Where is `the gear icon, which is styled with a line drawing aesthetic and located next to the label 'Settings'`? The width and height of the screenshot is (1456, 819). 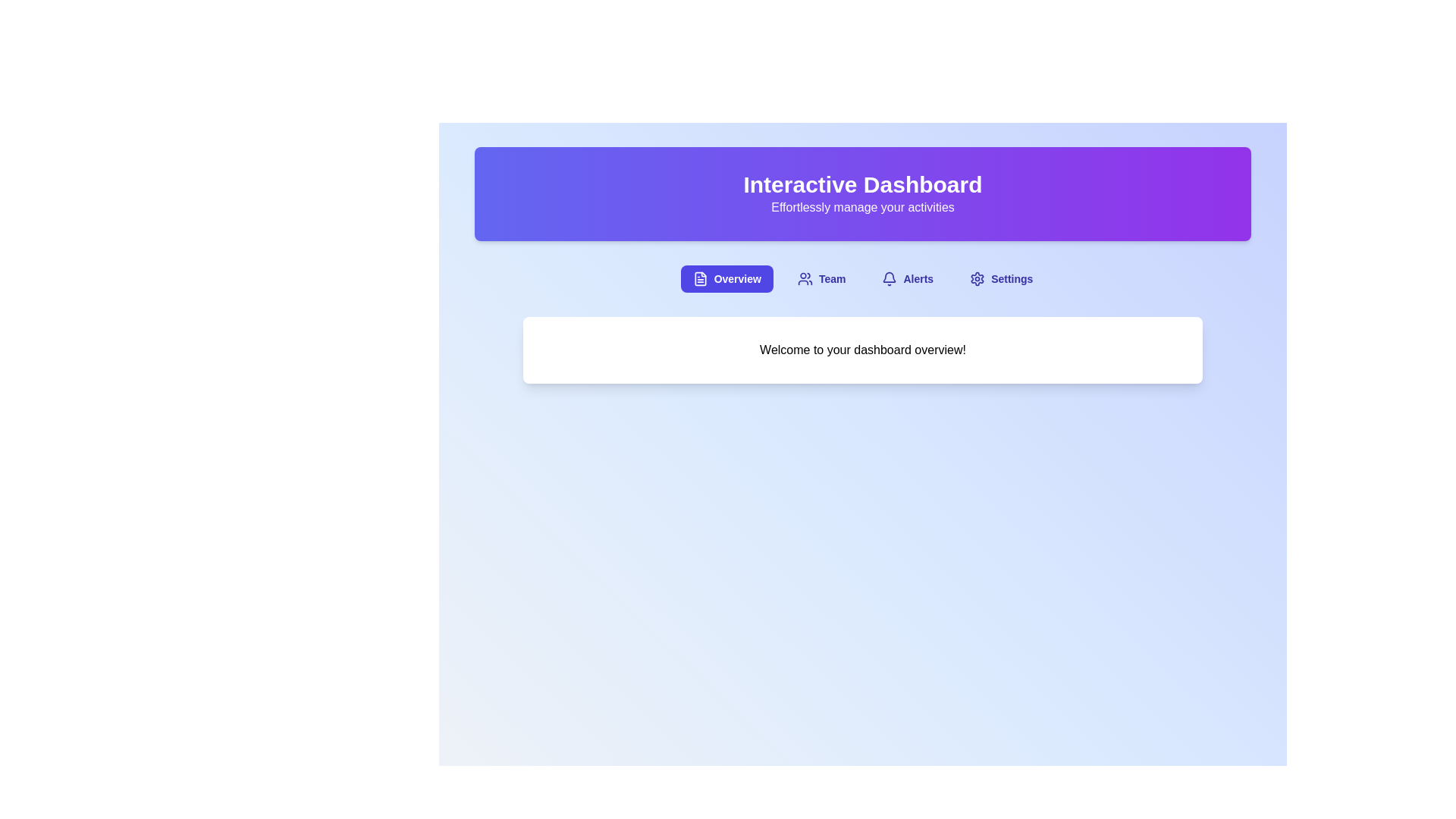
the gear icon, which is styled with a line drawing aesthetic and located next to the label 'Settings' is located at coordinates (977, 278).